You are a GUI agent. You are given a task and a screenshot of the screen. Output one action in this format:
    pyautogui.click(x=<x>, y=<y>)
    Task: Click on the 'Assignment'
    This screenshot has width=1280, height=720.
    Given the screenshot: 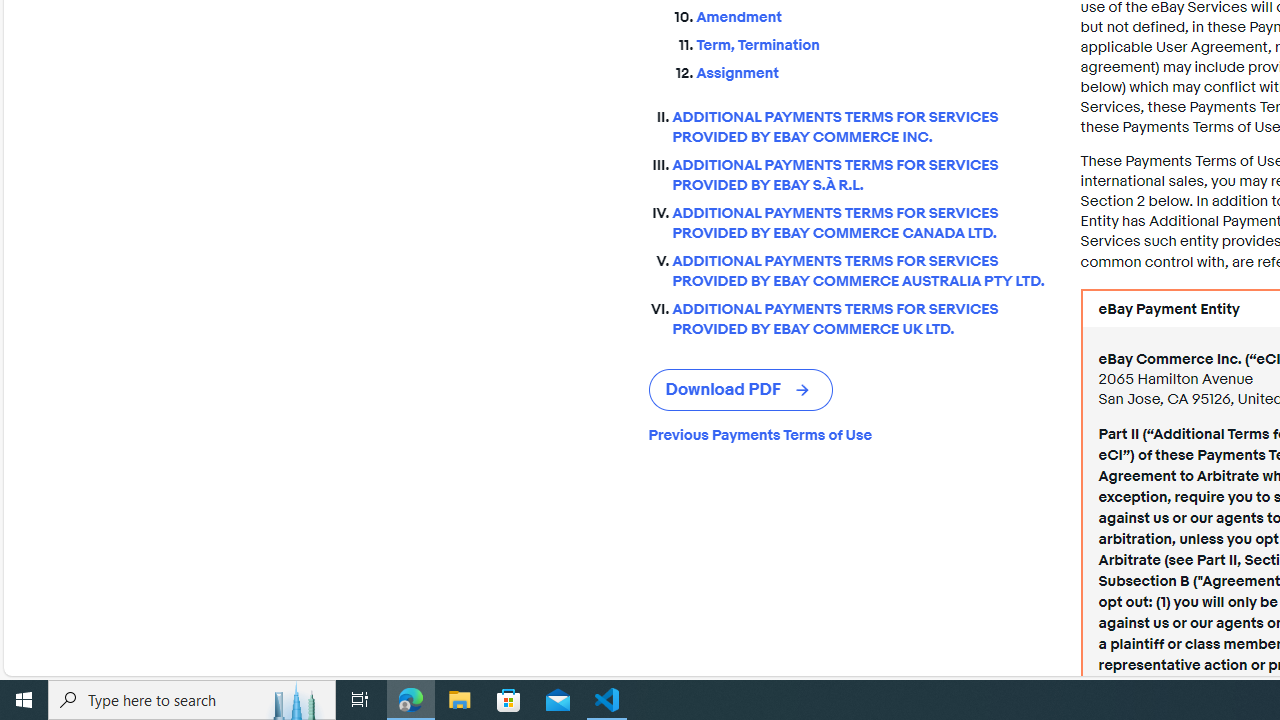 What is the action you would take?
    pyautogui.click(x=872, y=68)
    